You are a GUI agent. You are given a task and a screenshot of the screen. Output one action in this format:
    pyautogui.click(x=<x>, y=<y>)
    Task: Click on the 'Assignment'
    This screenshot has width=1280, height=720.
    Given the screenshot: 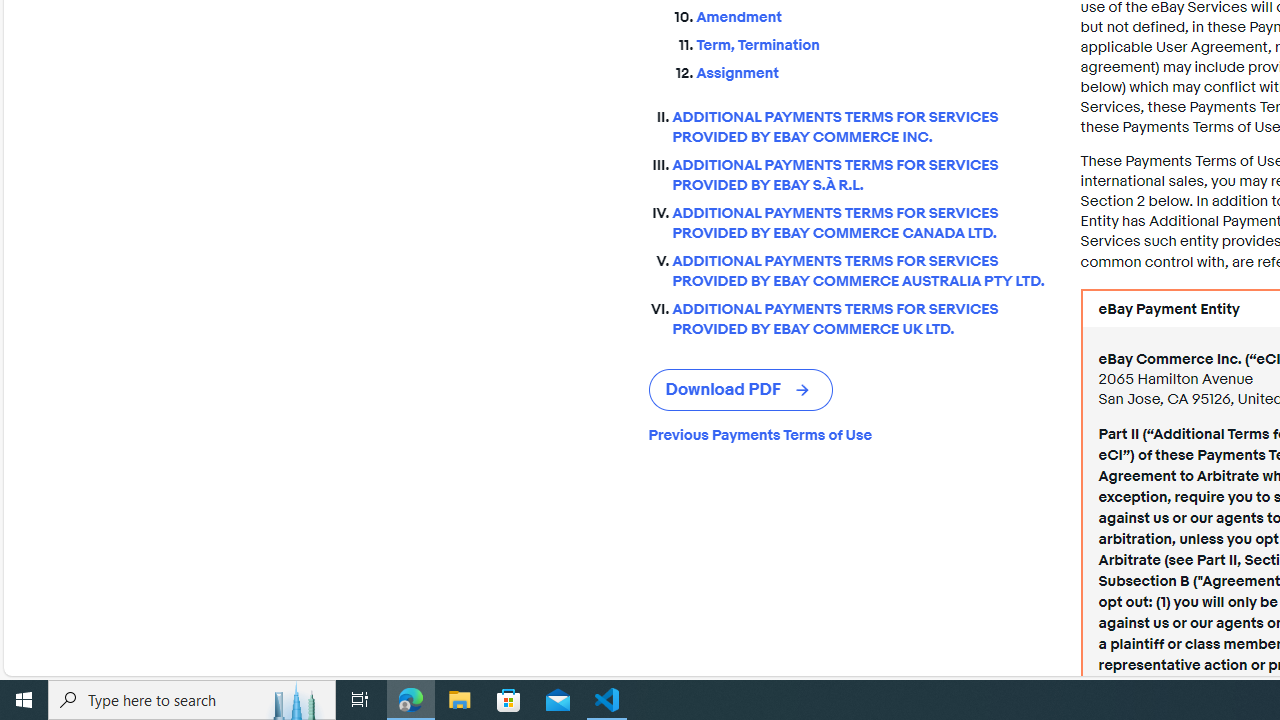 What is the action you would take?
    pyautogui.click(x=872, y=68)
    